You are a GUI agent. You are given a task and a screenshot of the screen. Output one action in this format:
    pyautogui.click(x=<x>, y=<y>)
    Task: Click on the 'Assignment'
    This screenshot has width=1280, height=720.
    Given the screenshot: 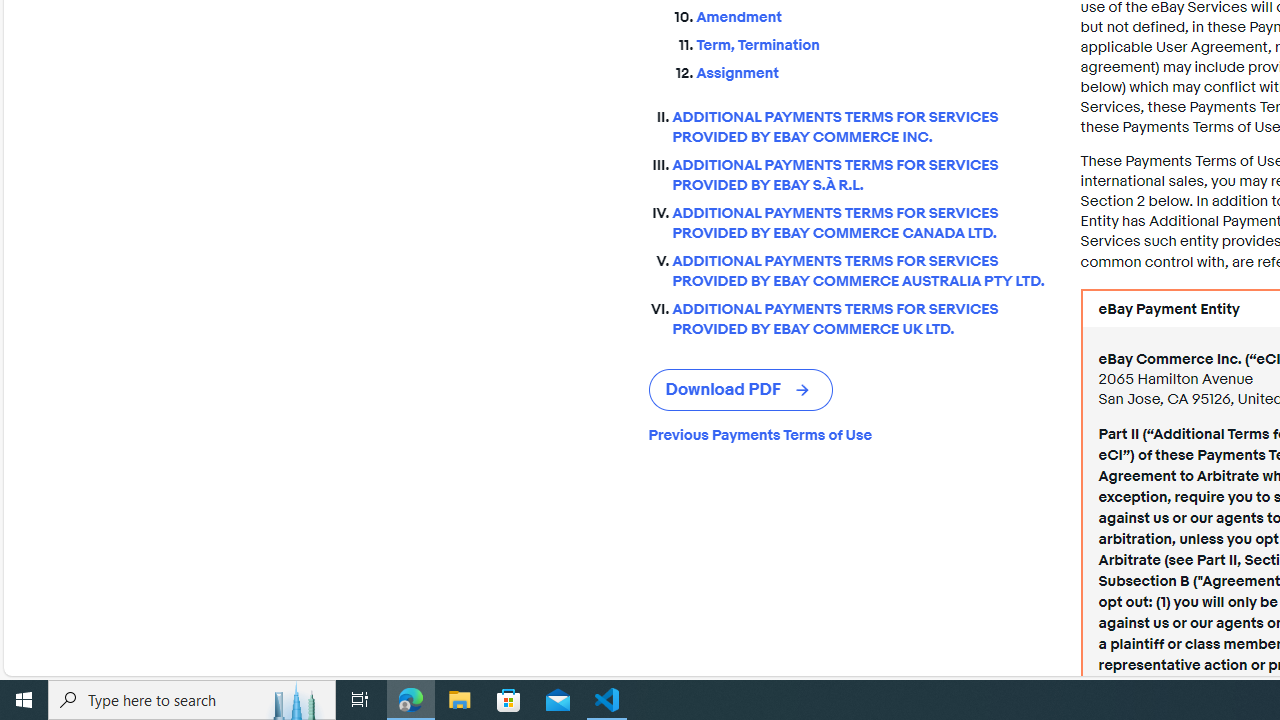 What is the action you would take?
    pyautogui.click(x=872, y=68)
    